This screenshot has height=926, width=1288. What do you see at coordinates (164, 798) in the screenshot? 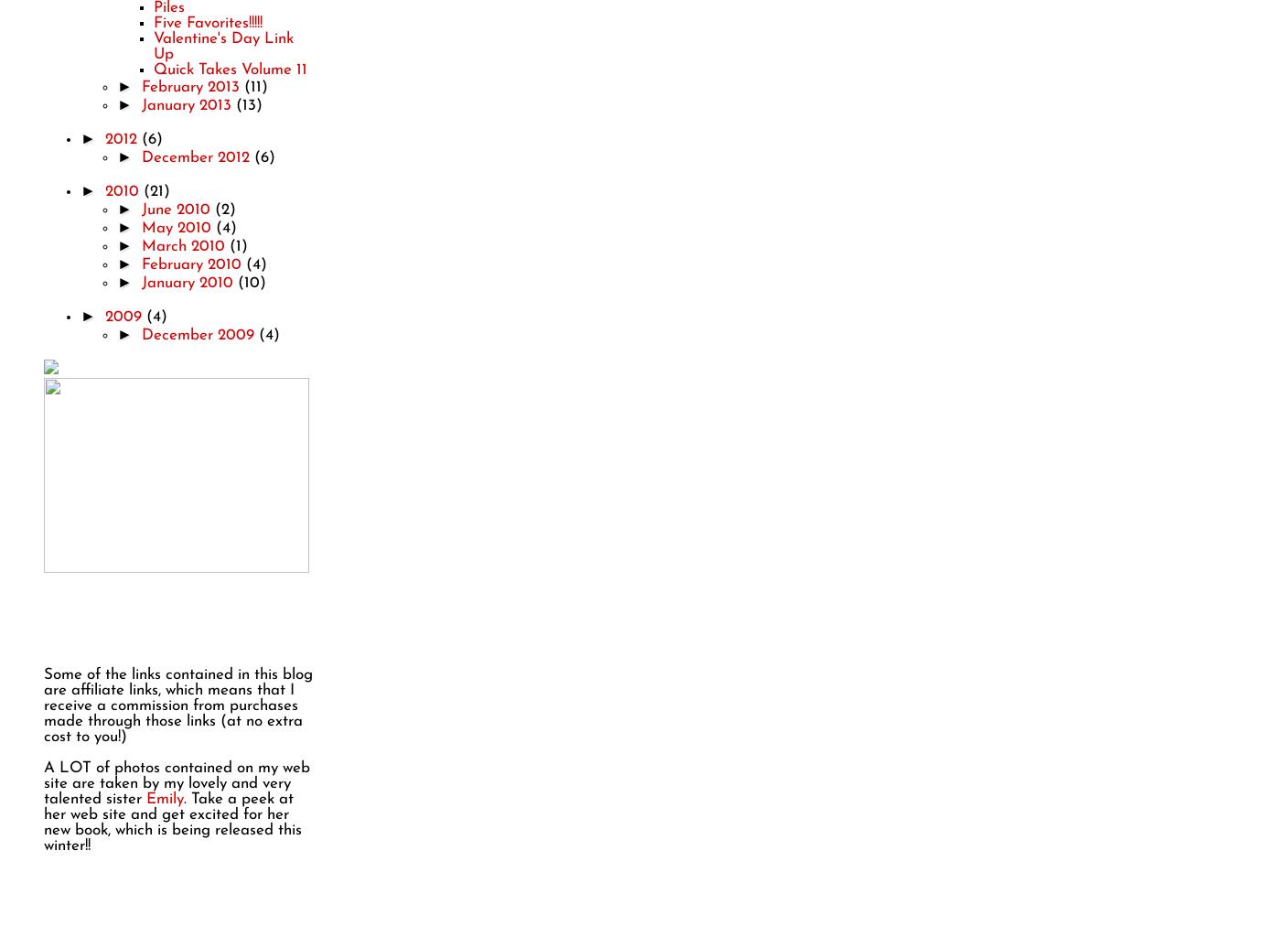
I see `'Emily'` at bounding box center [164, 798].